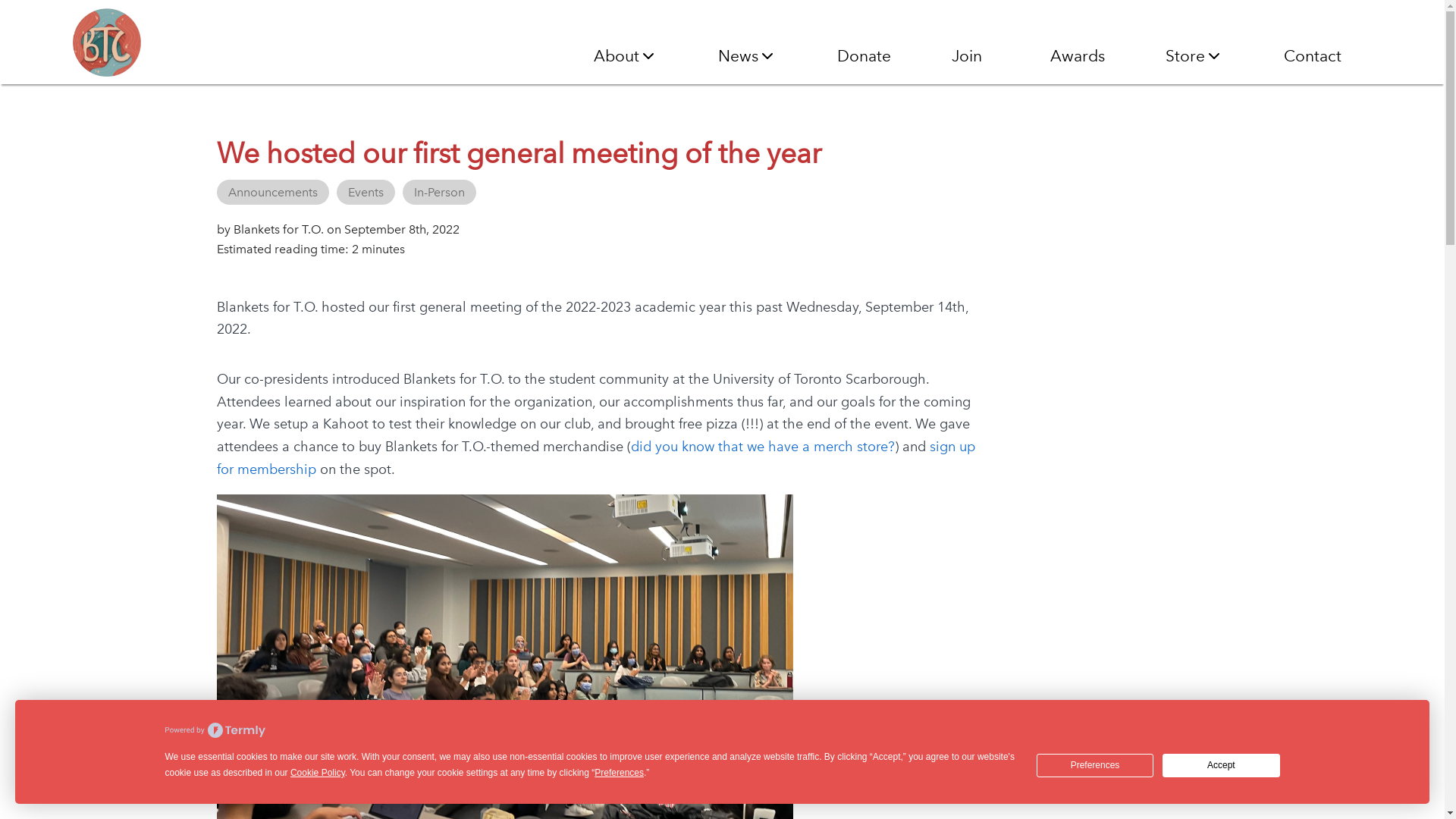  What do you see at coordinates (1220, 765) in the screenshot?
I see `'Accept'` at bounding box center [1220, 765].